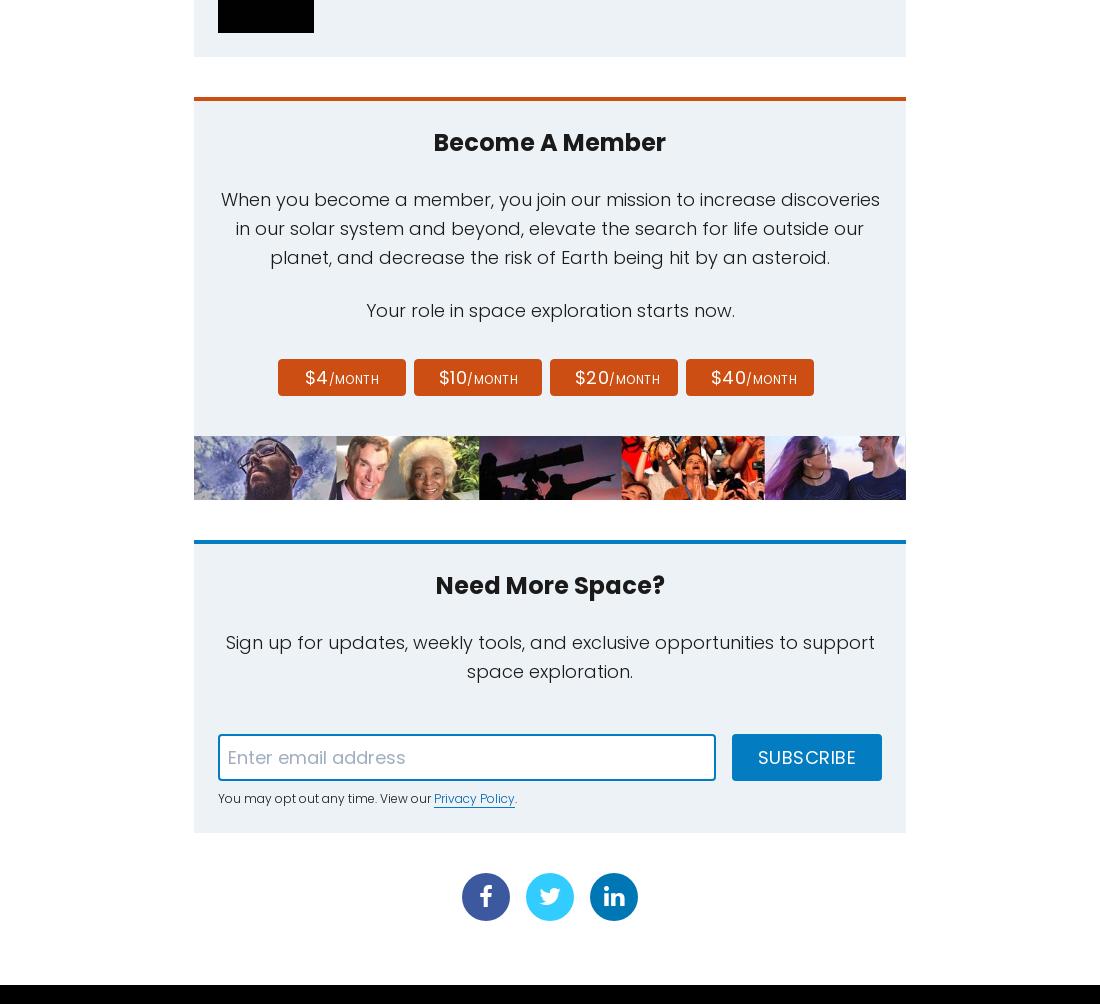  What do you see at coordinates (451, 376) in the screenshot?
I see `'$10'` at bounding box center [451, 376].